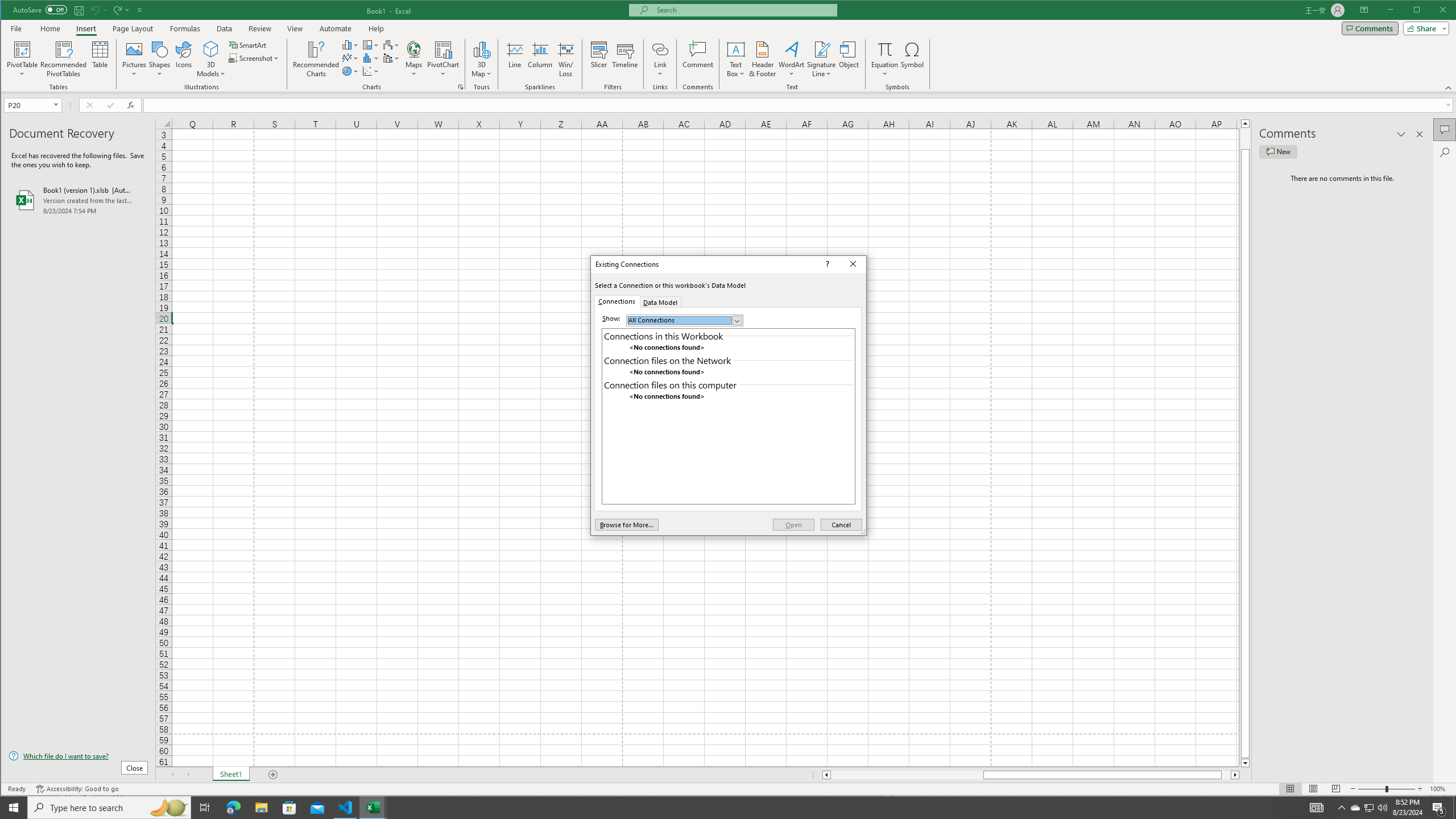 The width and height of the screenshot is (1456, 819). What do you see at coordinates (684, 320) in the screenshot?
I see `'Show'` at bounding box center [684, 320].